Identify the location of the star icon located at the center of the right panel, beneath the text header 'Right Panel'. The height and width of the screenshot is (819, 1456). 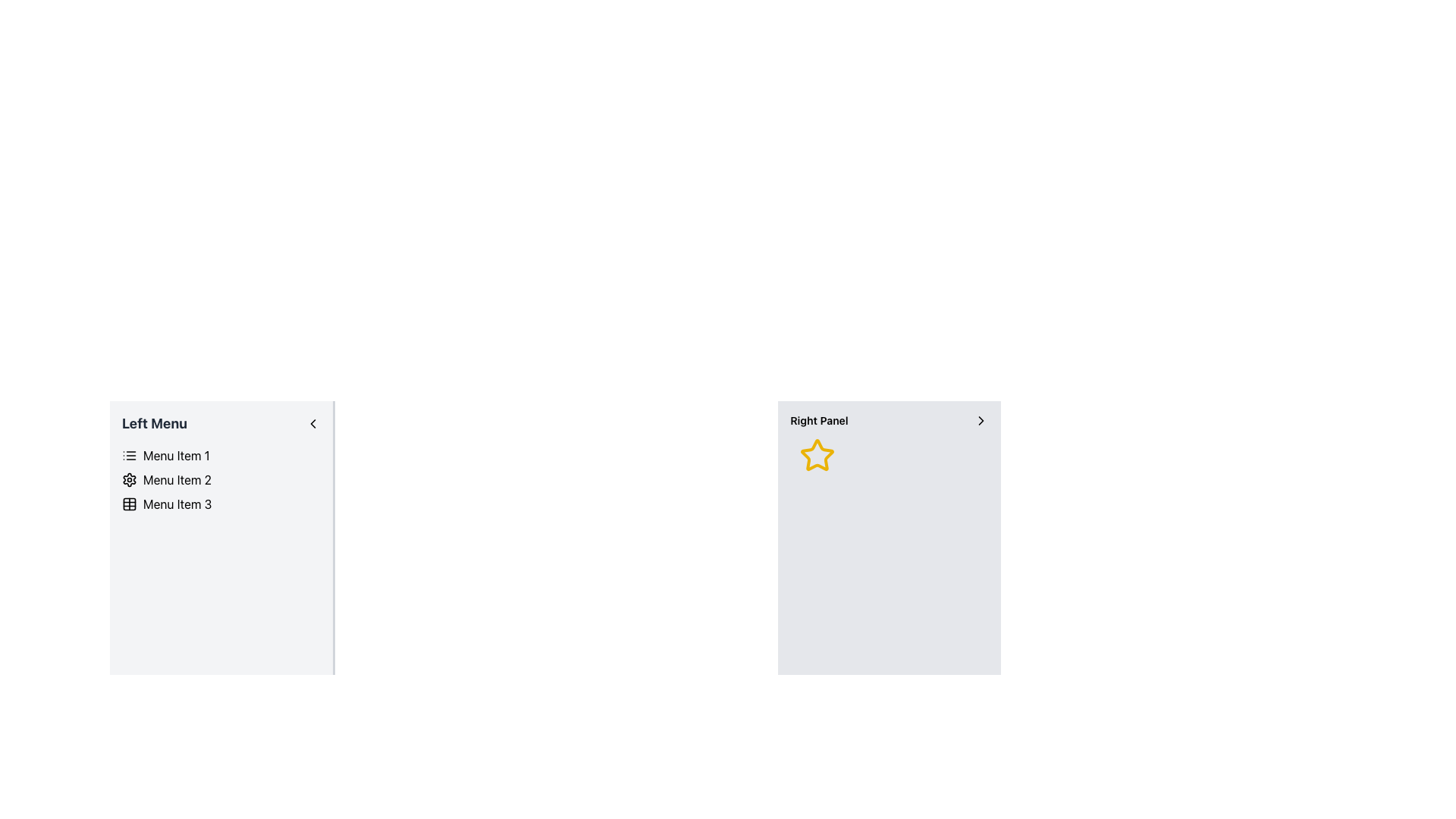
(817, 455).